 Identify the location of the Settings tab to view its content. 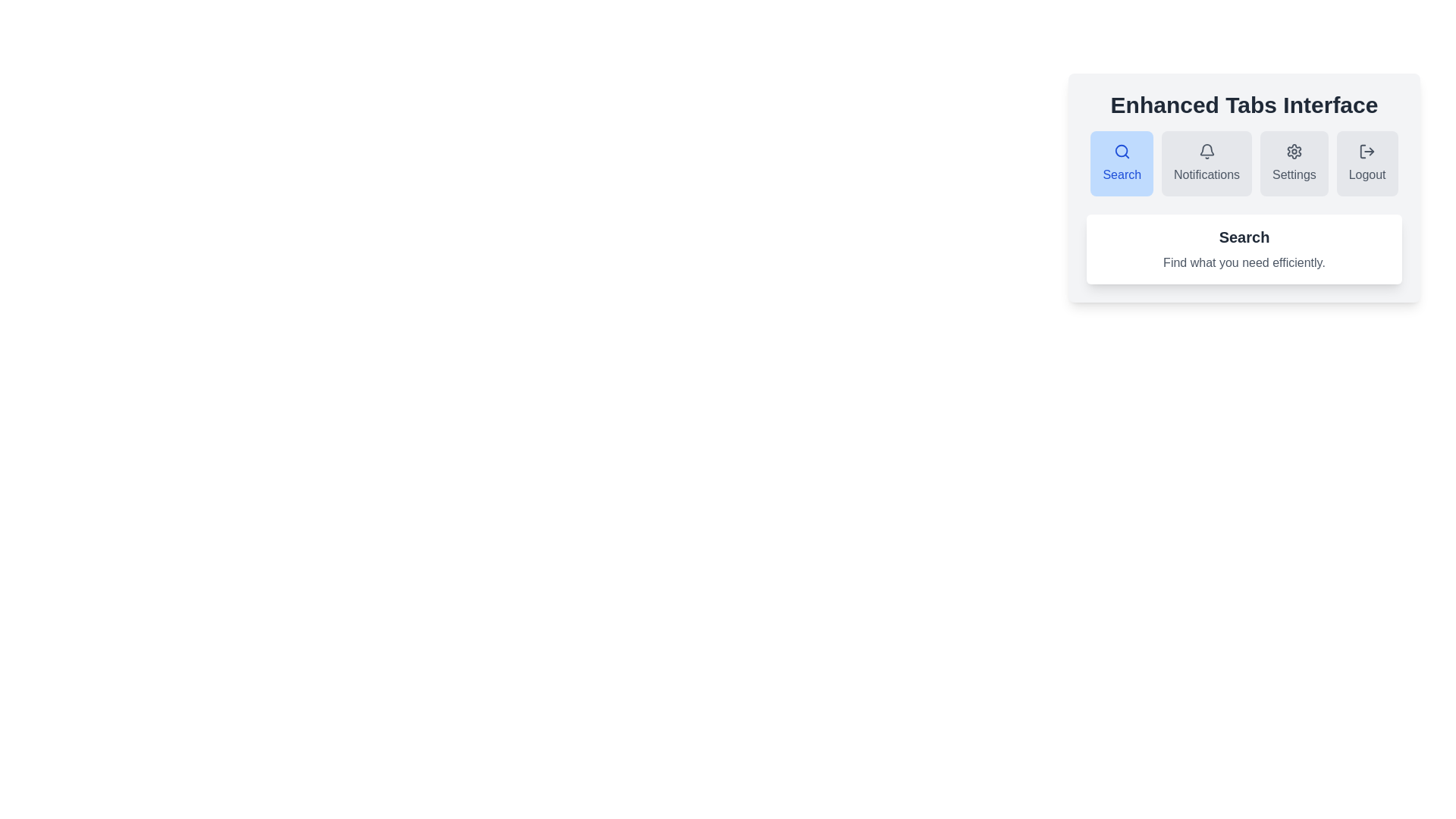
(1293, 164).